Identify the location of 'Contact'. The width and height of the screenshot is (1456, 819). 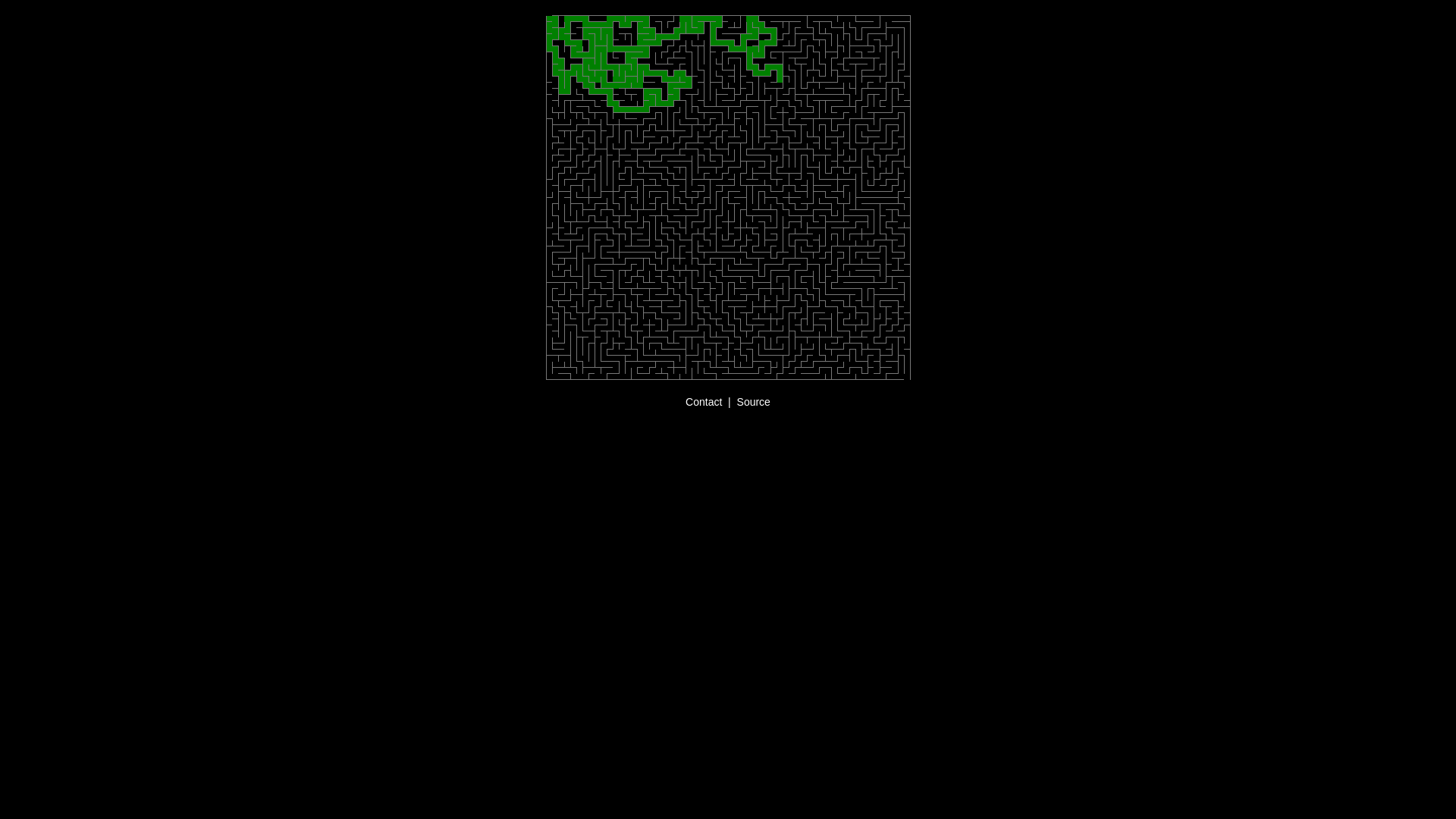
(702, 400).